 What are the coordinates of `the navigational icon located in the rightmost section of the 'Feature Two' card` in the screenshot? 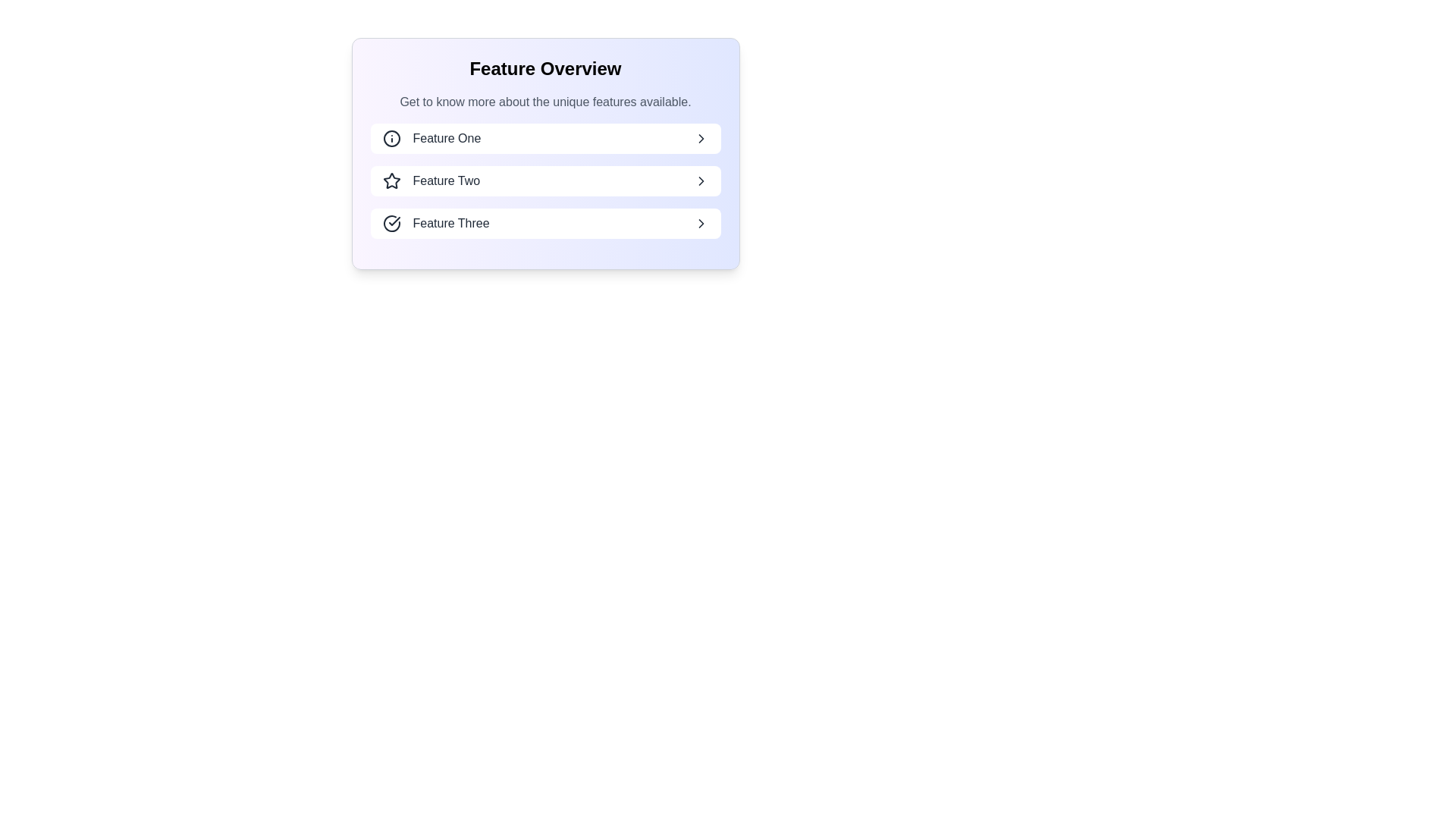 It's located at (700, 180).